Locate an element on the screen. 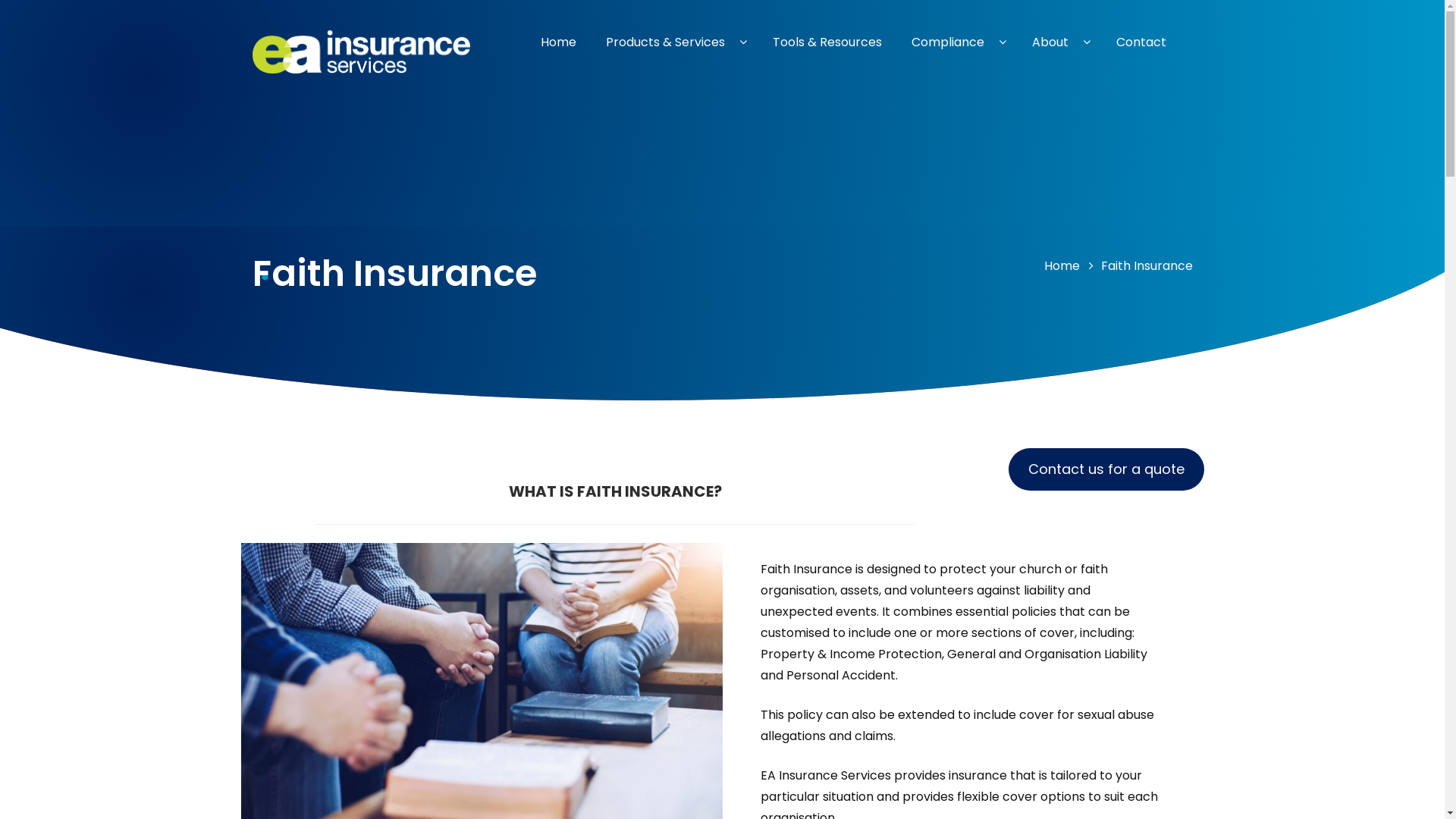 This screenshot has height=819, width=1456. 'Home' is located at coordinates (1043, 264).